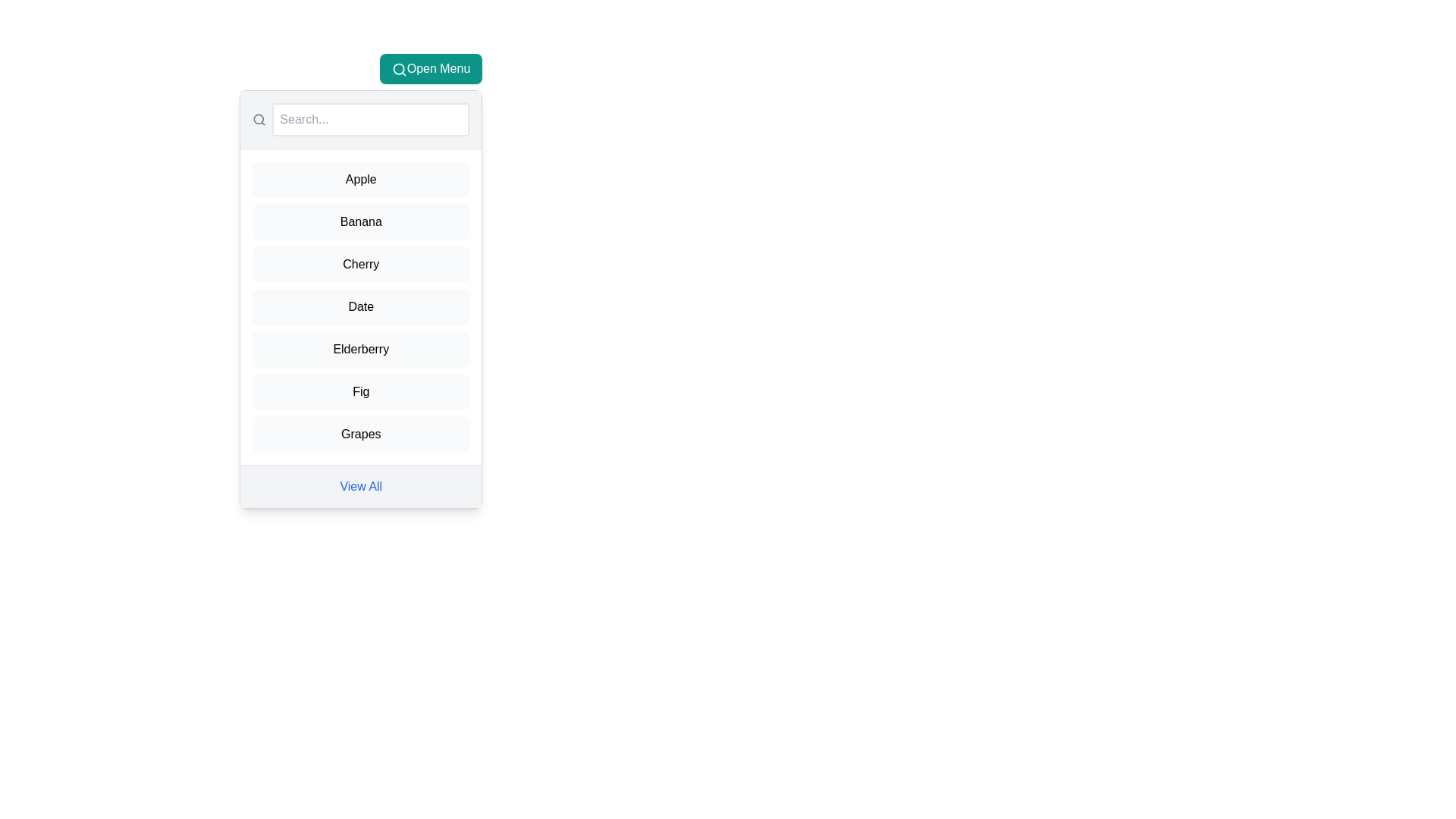 This screenshot has height=819, width=1456. I want to click on the Magnifying Glass icon within the 'Open Menu' button, indicating search functionality, so click(399, 69).